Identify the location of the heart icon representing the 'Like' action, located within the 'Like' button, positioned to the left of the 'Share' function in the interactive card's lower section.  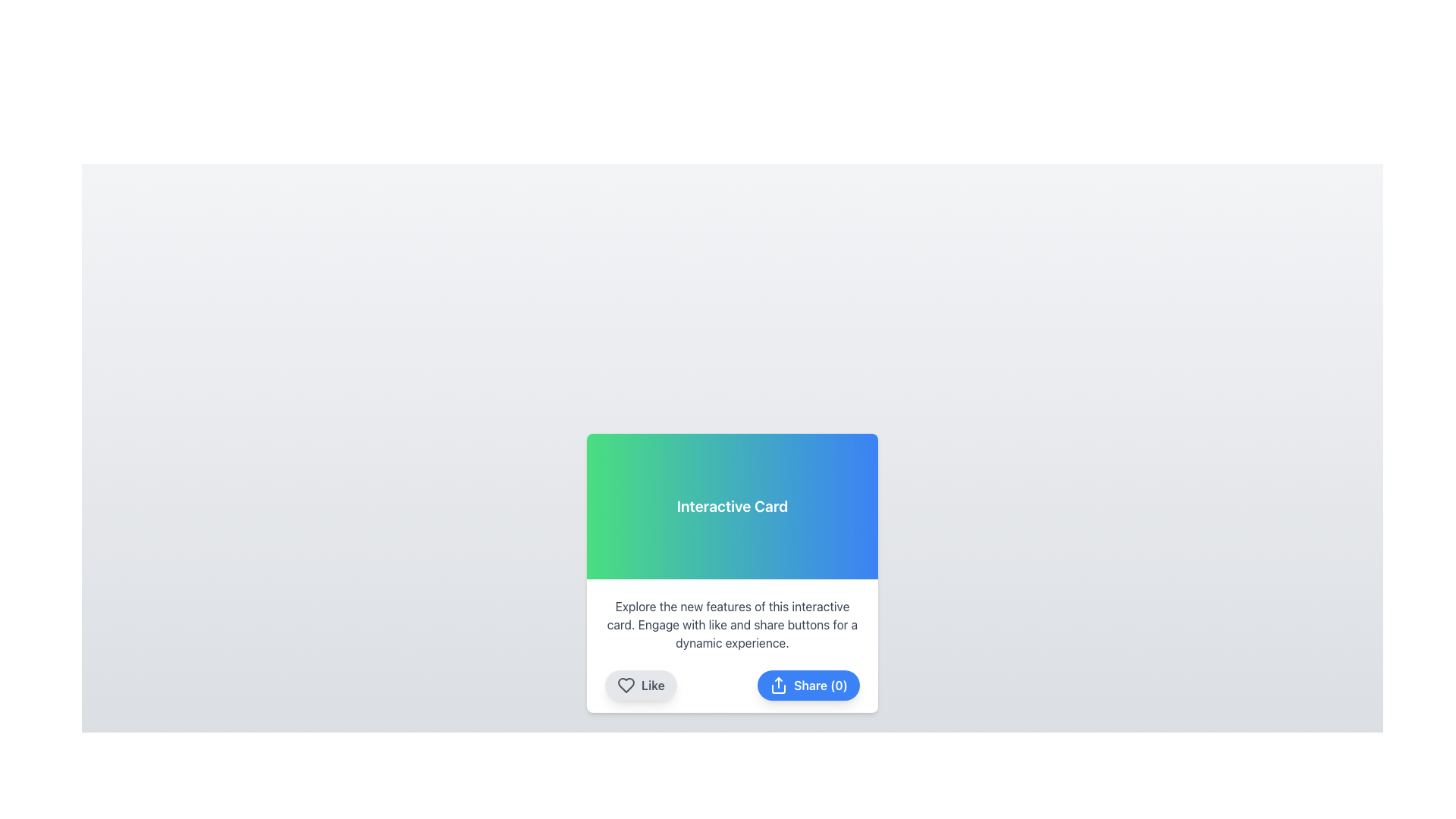
(626, 685).